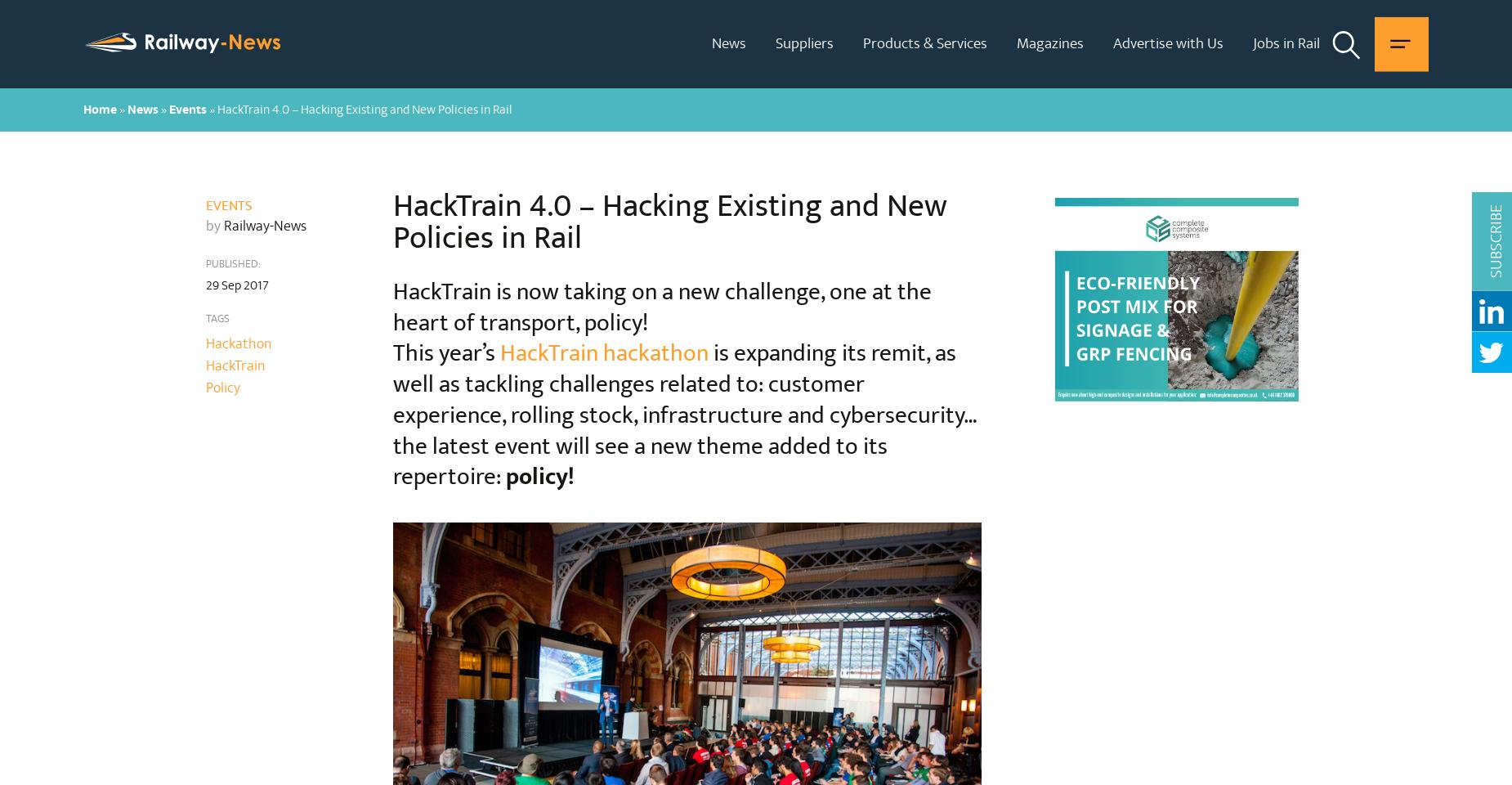 The width and height of the screenshot is (1512, 785). Describe the element at coordinates (1015, 42) in the screenshot. I see `'Magazines'` at that location.